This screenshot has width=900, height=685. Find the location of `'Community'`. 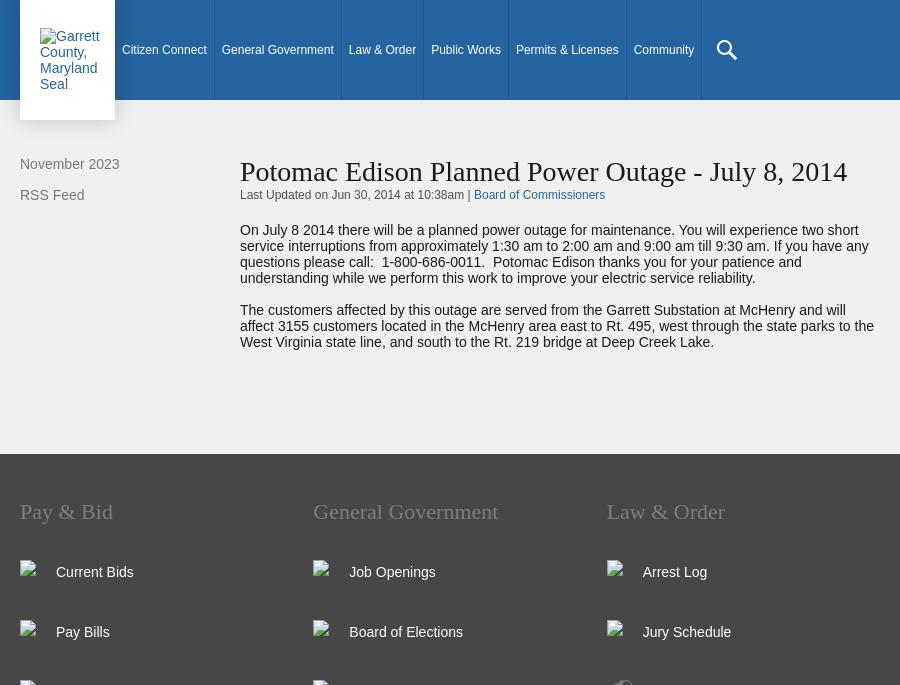

'Community' is located at coordinates (663, 50).